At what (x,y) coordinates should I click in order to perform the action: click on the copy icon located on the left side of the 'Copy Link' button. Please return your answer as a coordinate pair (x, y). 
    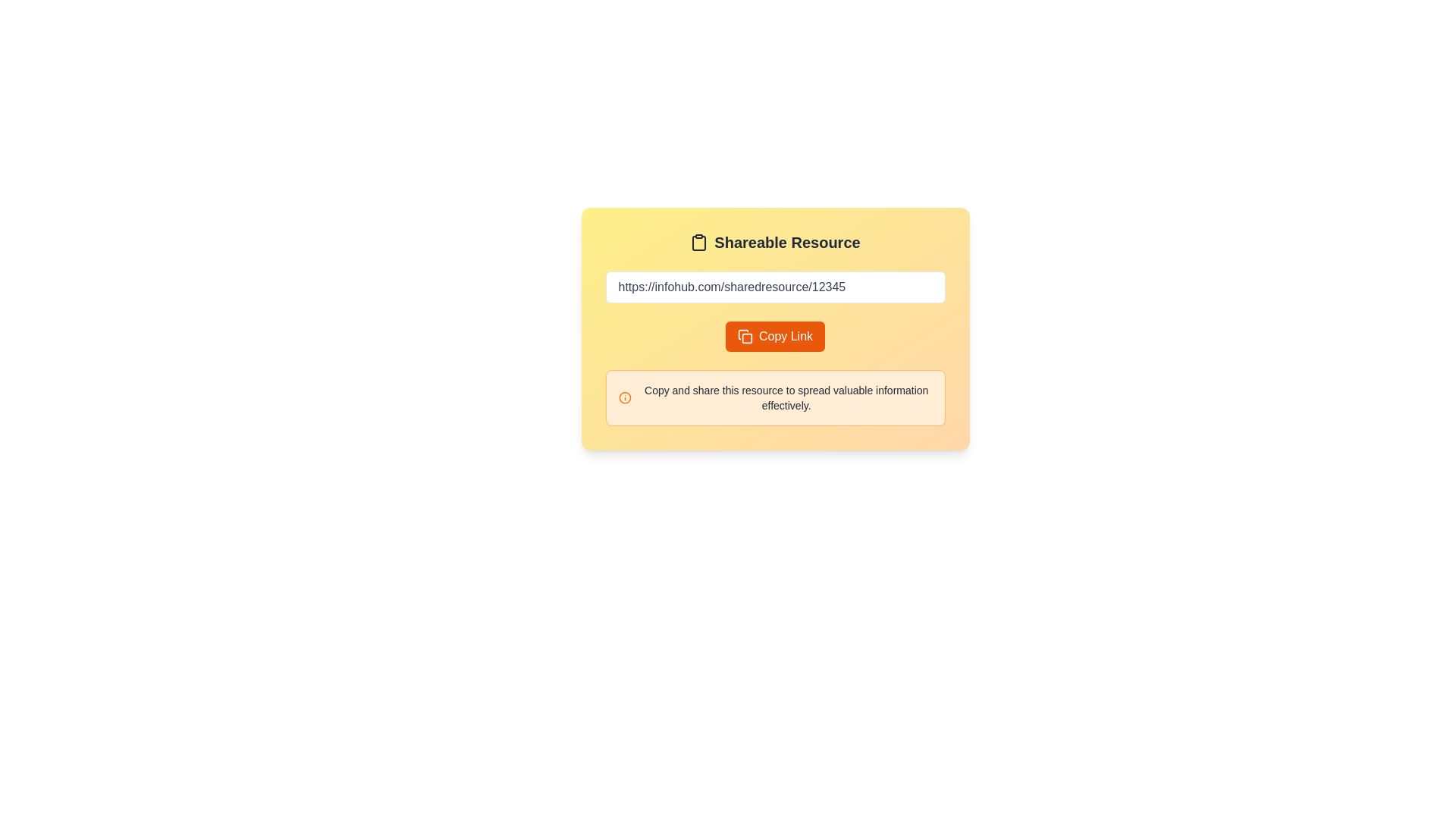
    Looking at the image, I should click on (745, 335).